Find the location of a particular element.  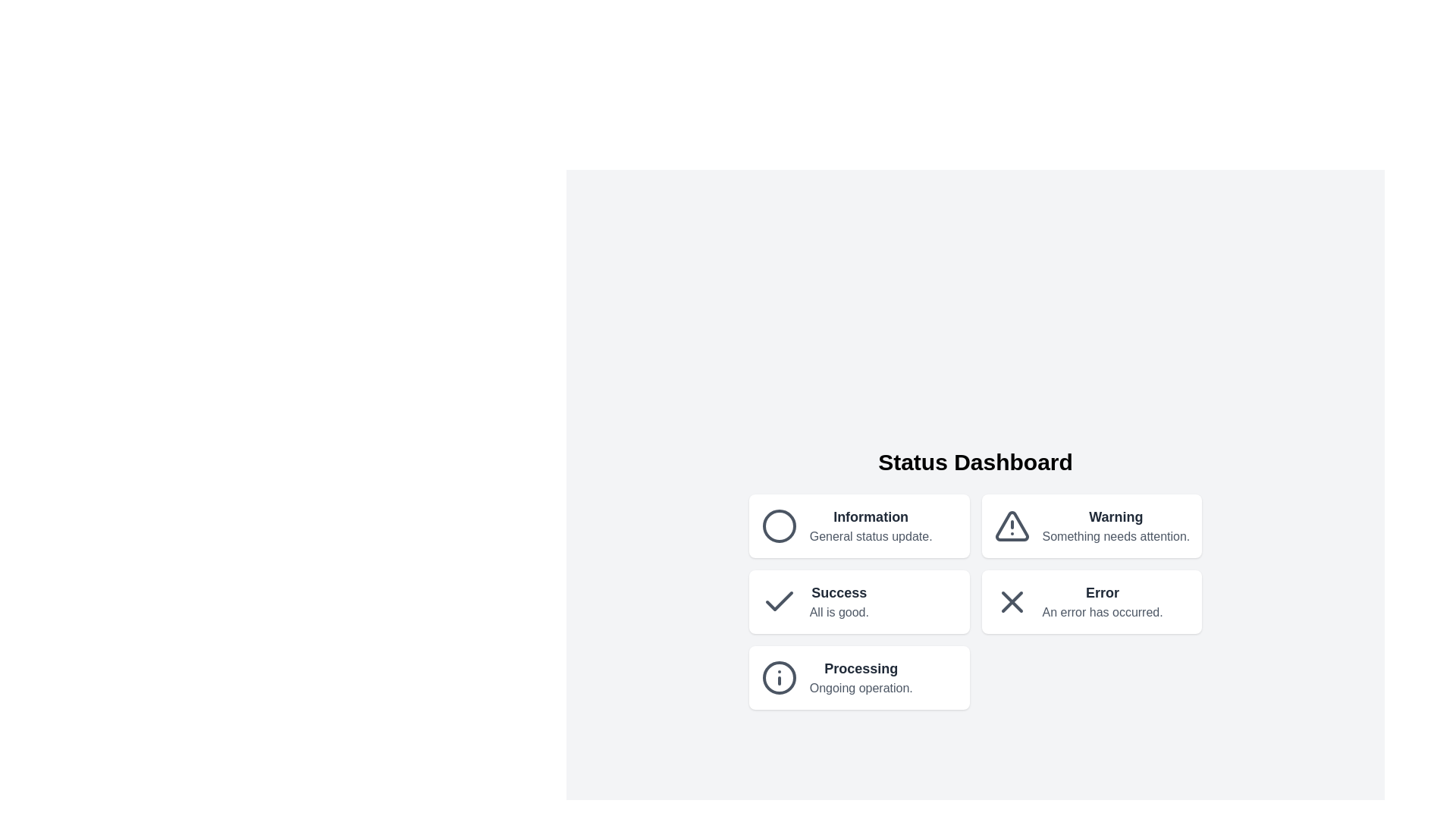

the triangular warning icon, which is part of the 'Warning' card located in the top-right quadrant of the dashboard interface is located at coordinates (1012, 526).